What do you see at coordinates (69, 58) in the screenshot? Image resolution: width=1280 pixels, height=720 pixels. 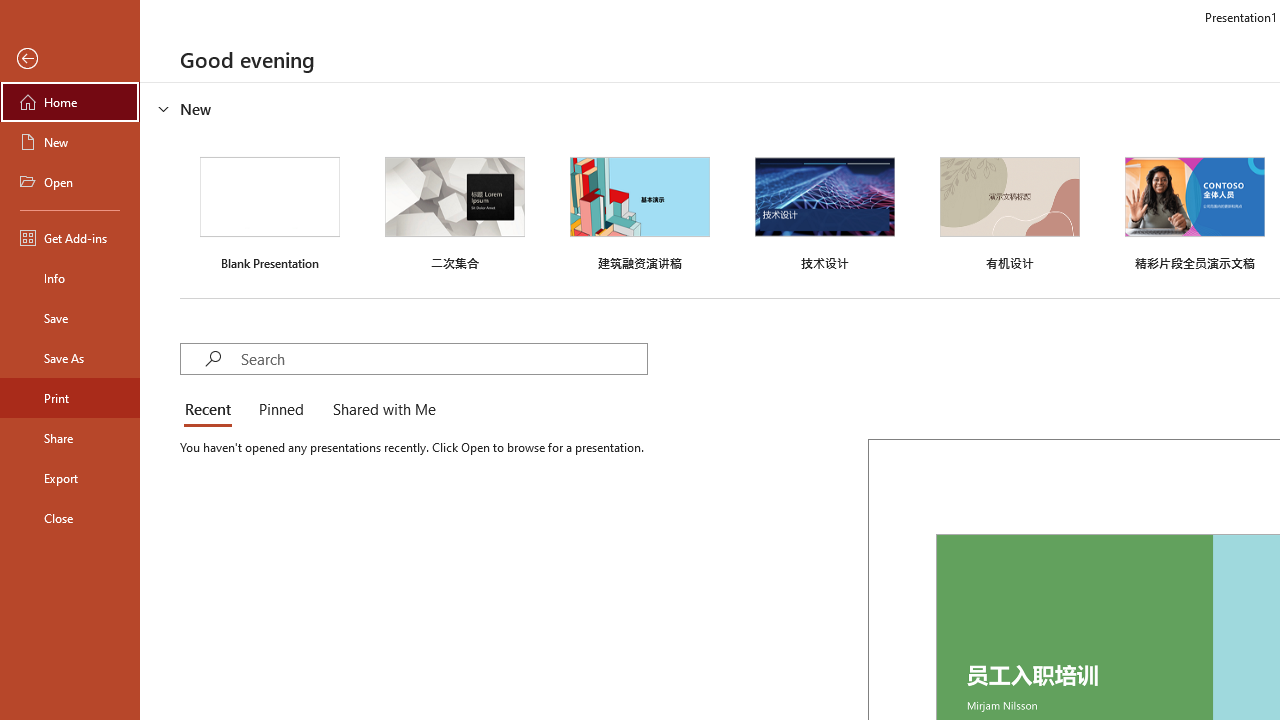 I see `'Back'` at bounding box center [69, 58].